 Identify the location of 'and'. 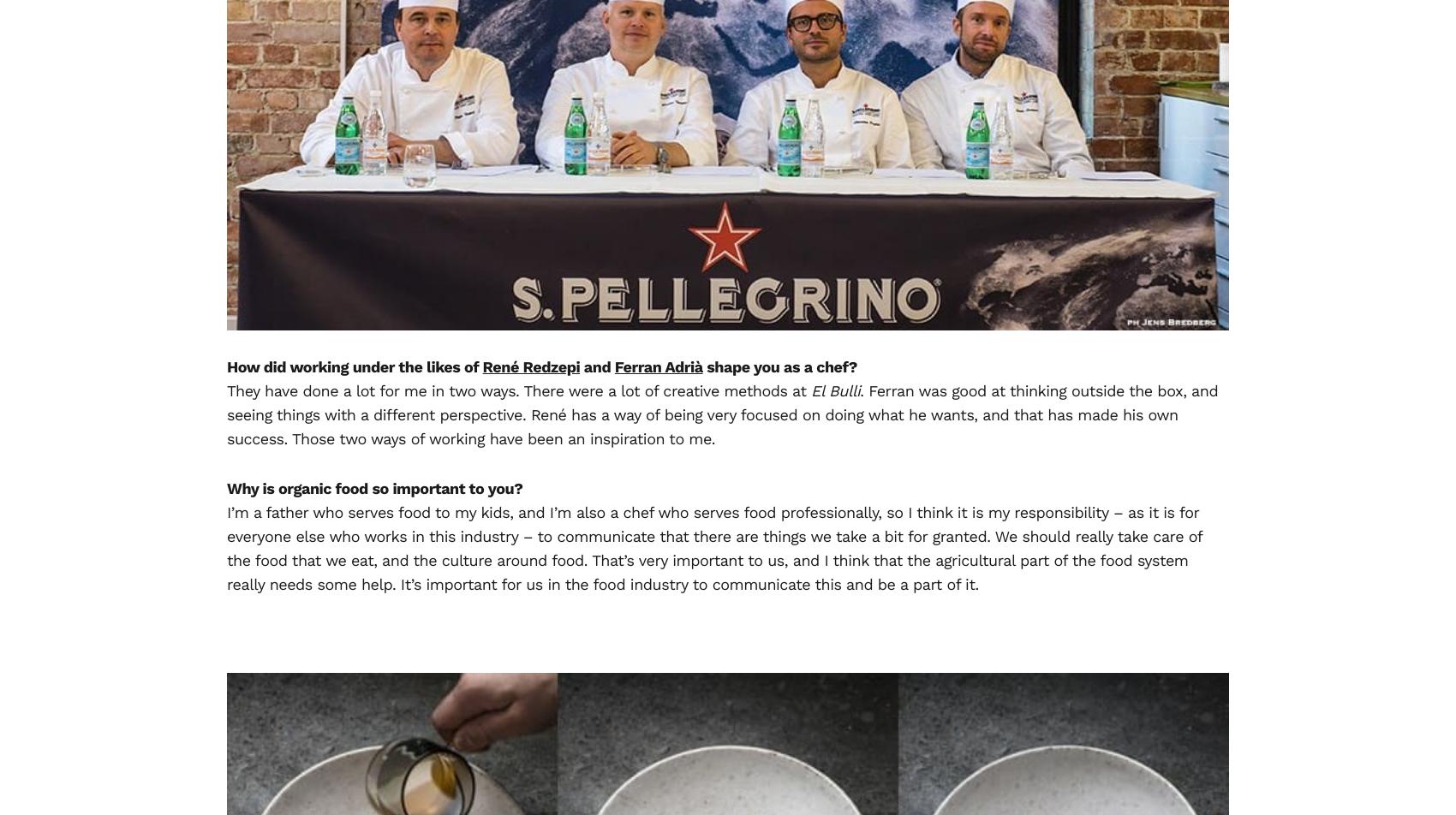
(597, 366).